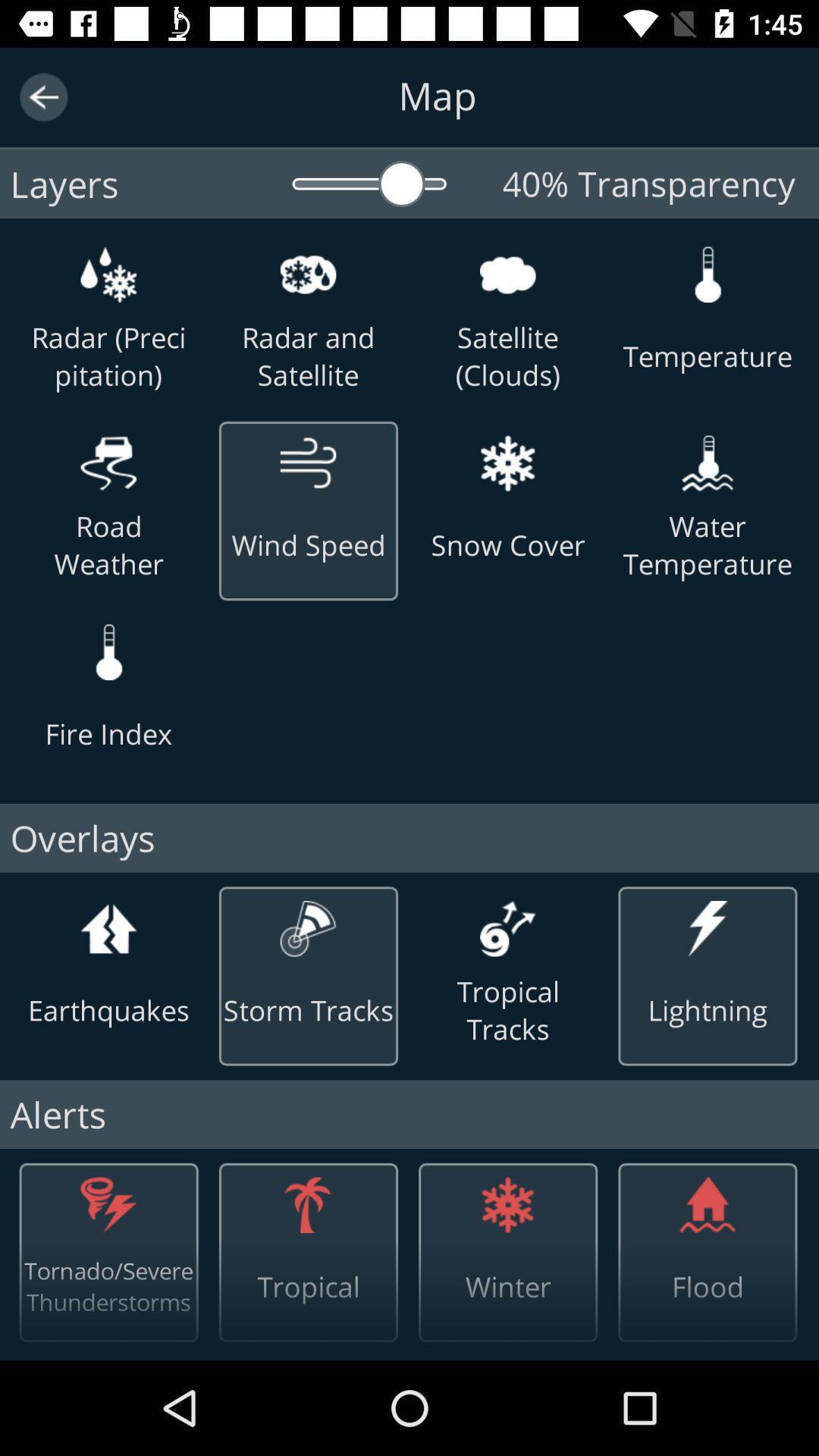 The image size is (819, 1456). I want to click on the arrow_backward icon, so click(42, 96).